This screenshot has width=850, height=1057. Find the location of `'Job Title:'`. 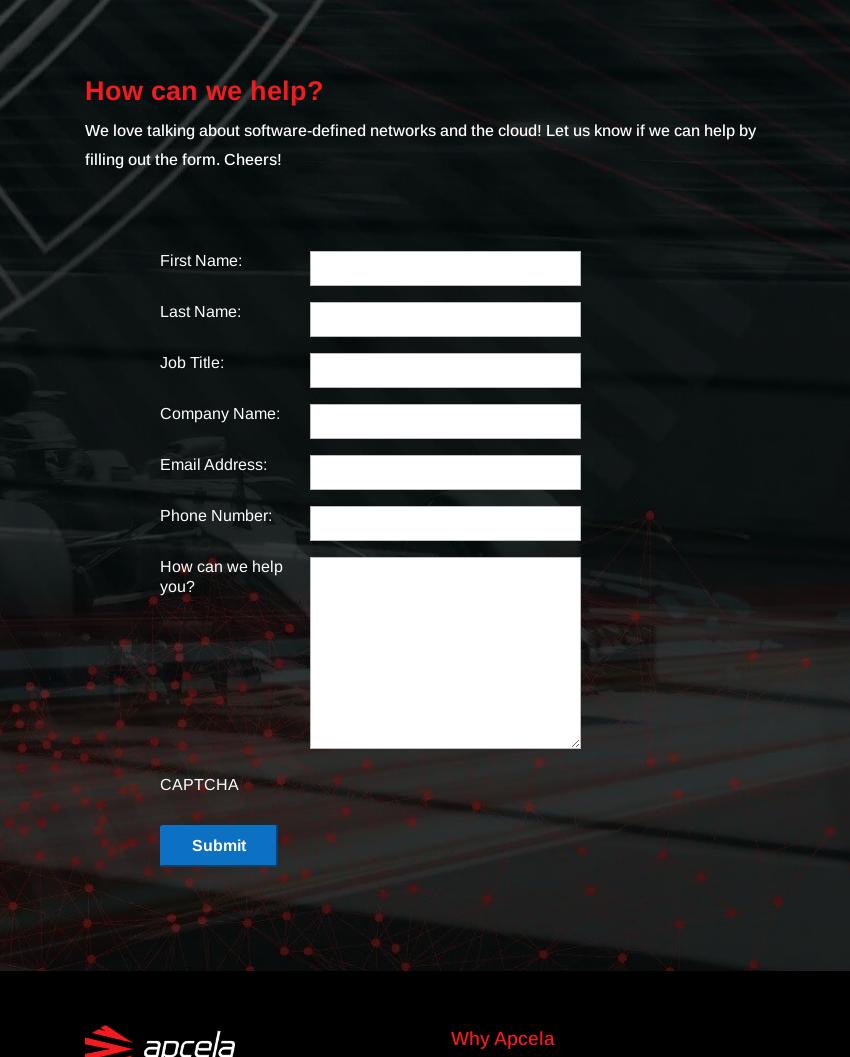

'Job Title:' is located at coordinates (191, 362).